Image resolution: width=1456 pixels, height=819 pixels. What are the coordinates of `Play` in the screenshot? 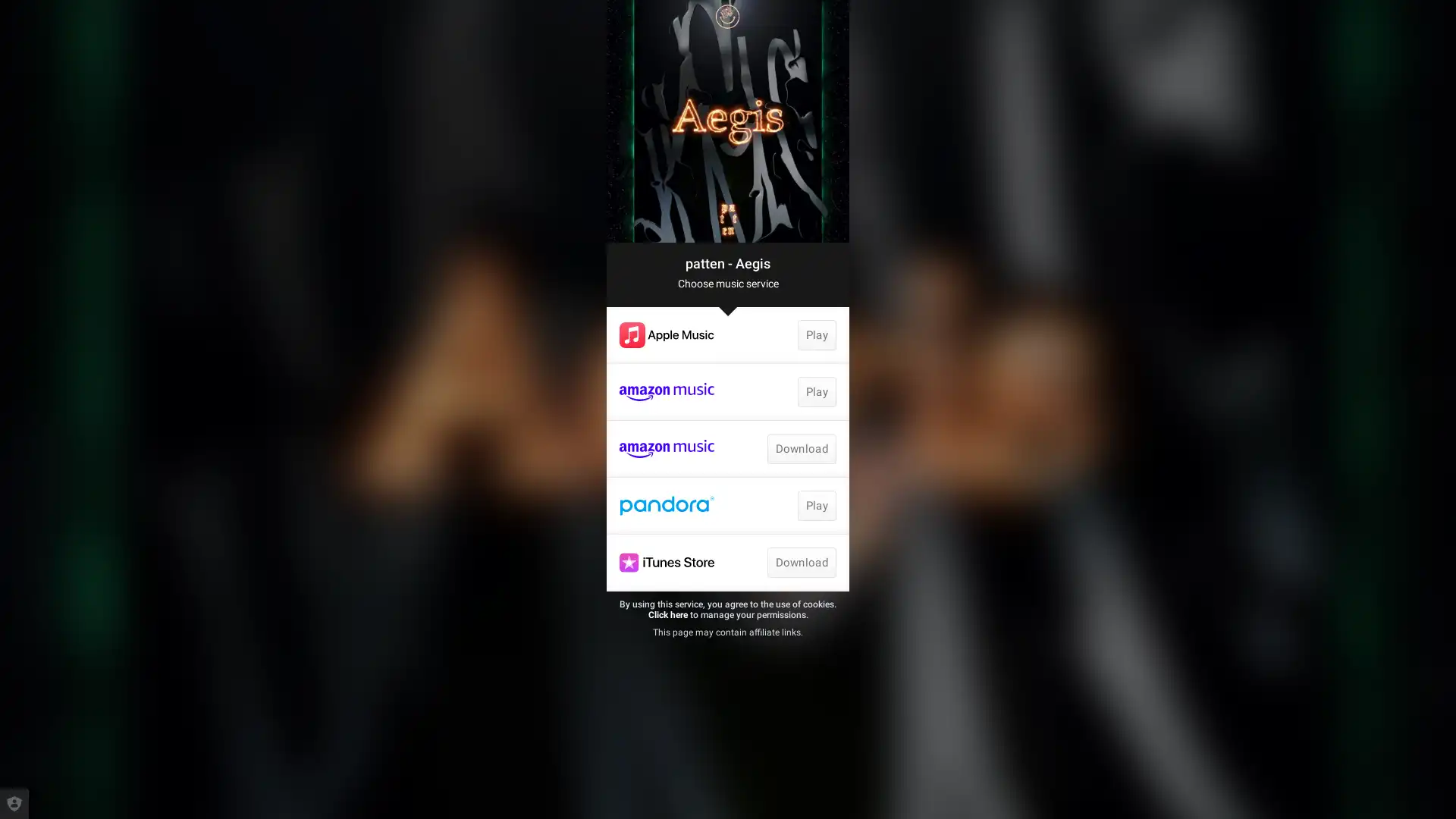 It's located at (815, 391).